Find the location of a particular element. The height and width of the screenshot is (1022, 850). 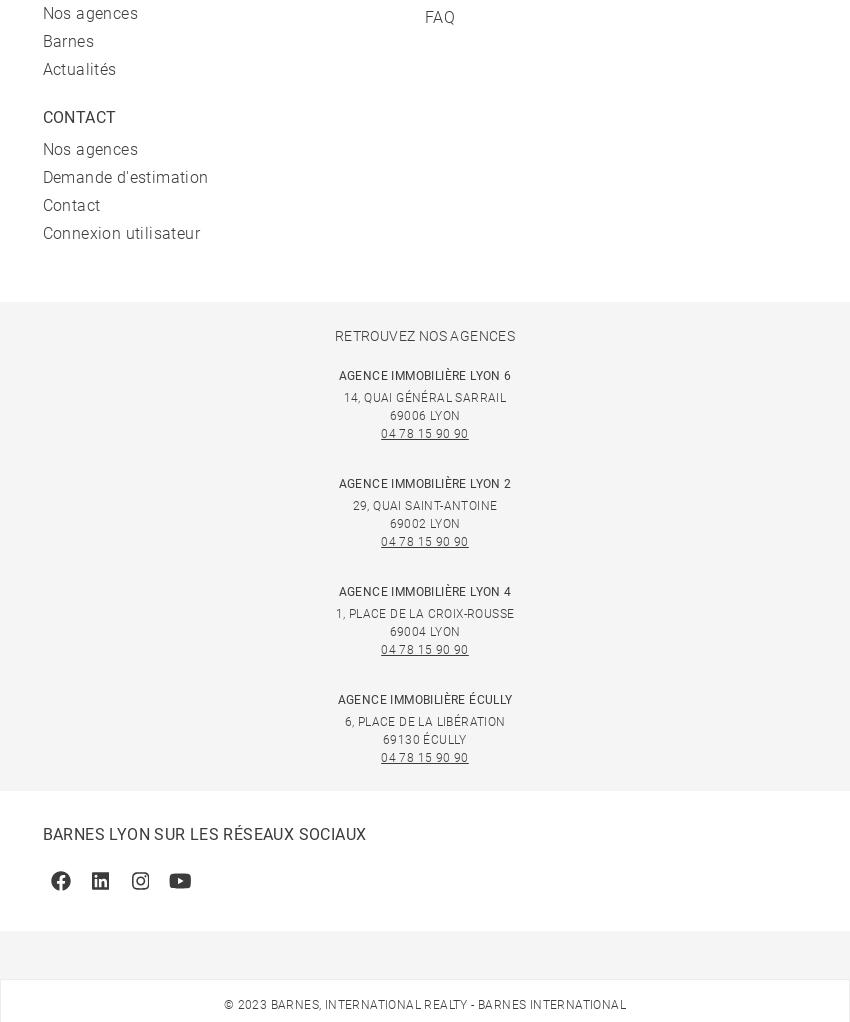

'14, quai Général Sarrail' is located at coordinates (424, 396).